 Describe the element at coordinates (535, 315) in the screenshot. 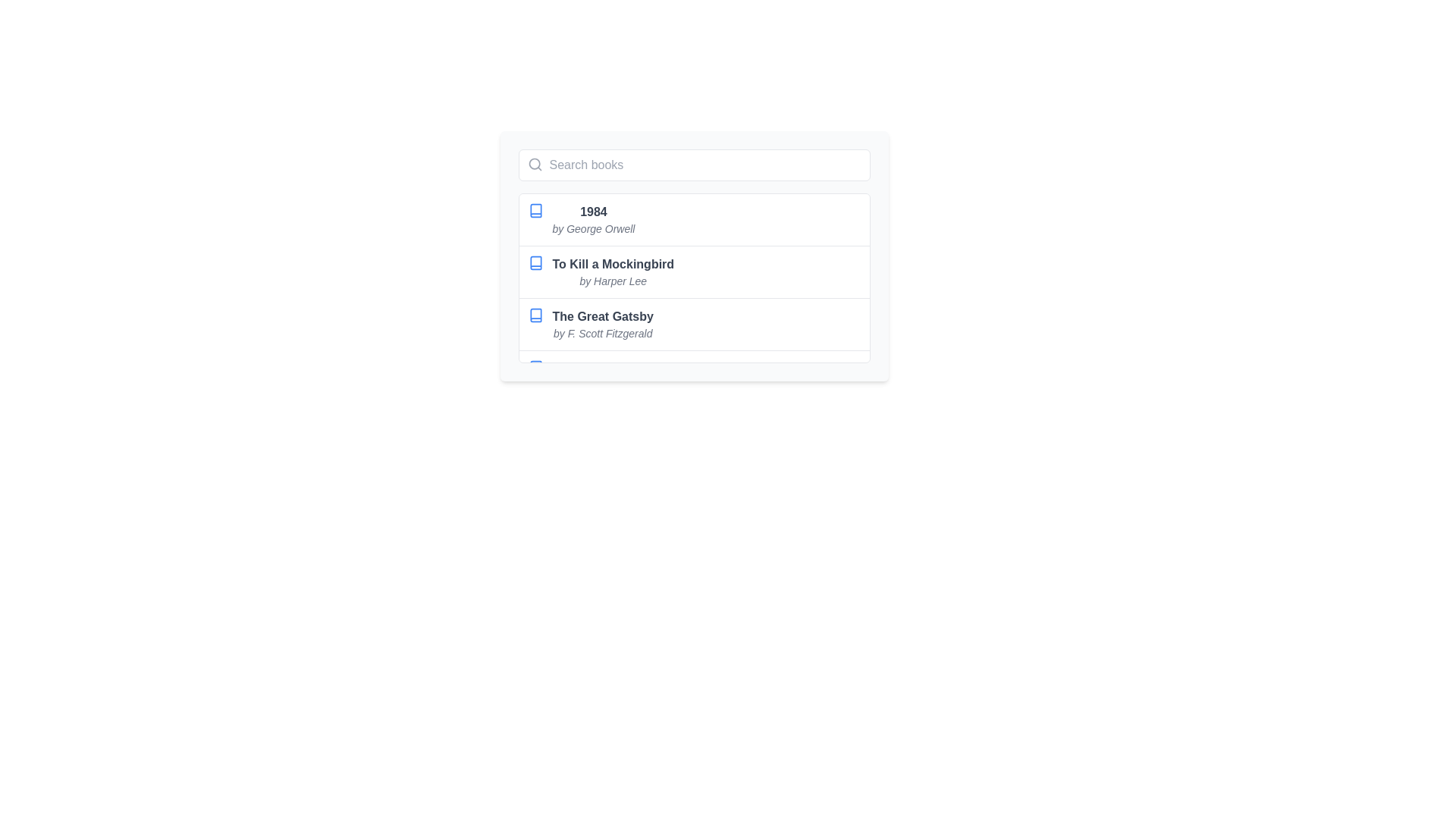

I see `the blue vector graphic icon resembling a book, located next to the text 'The Great Gatsby by F. Scott Fitzgerald', which is the third list item in a vertical arrangement` at that location.